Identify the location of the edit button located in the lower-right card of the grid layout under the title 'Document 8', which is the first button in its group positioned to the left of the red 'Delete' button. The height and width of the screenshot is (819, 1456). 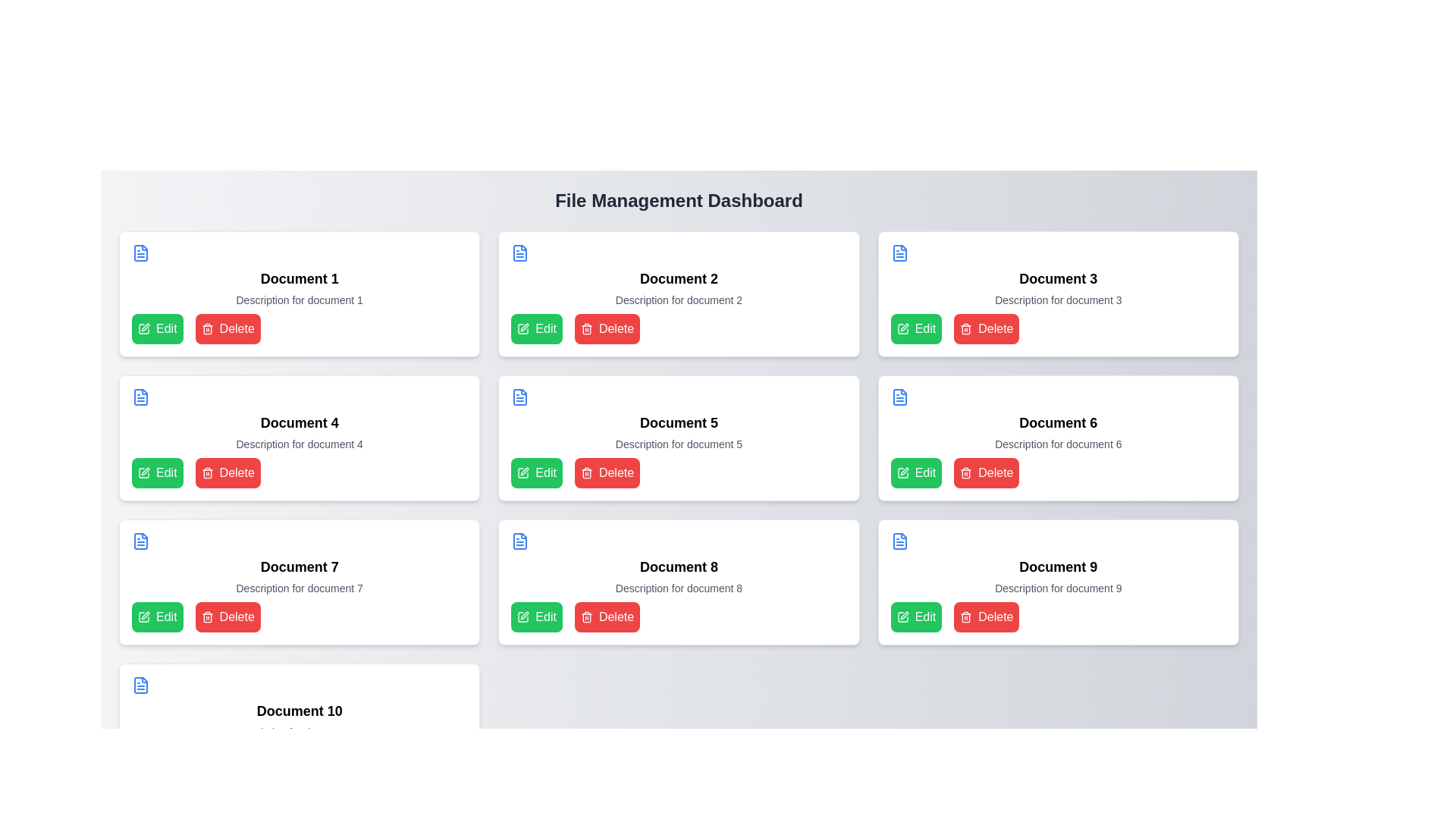
(537, 617).